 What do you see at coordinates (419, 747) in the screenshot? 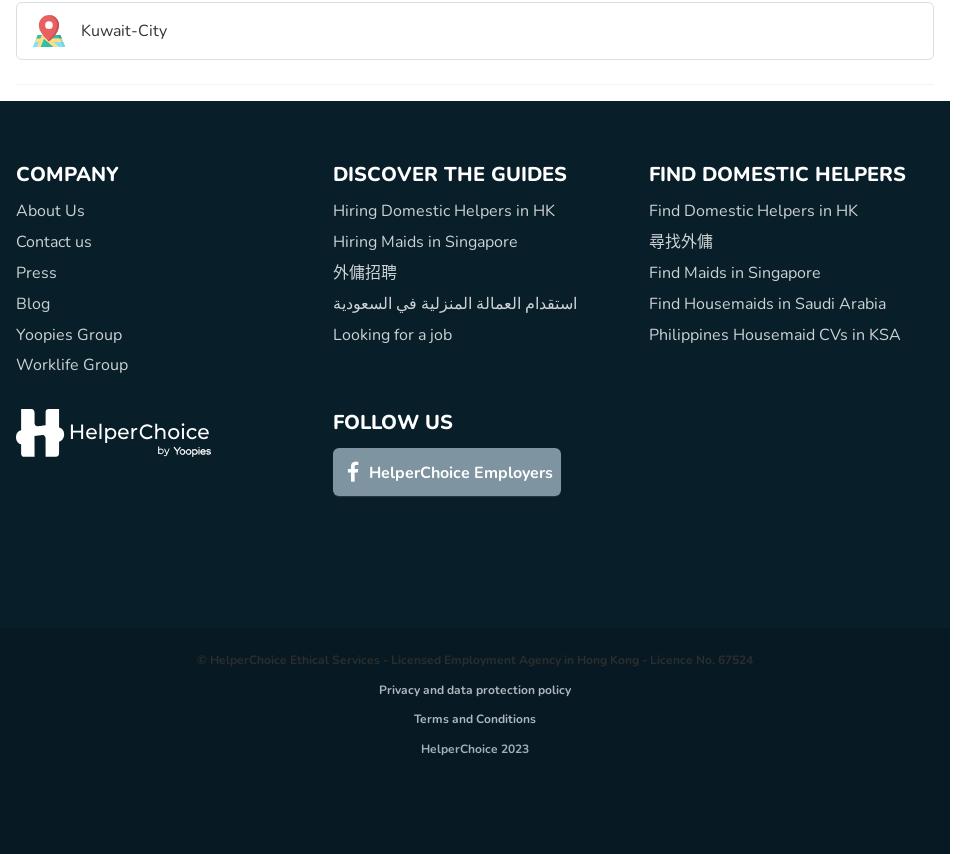
I see `'HelperChoice 2023'` at bounding box center [419, 747].